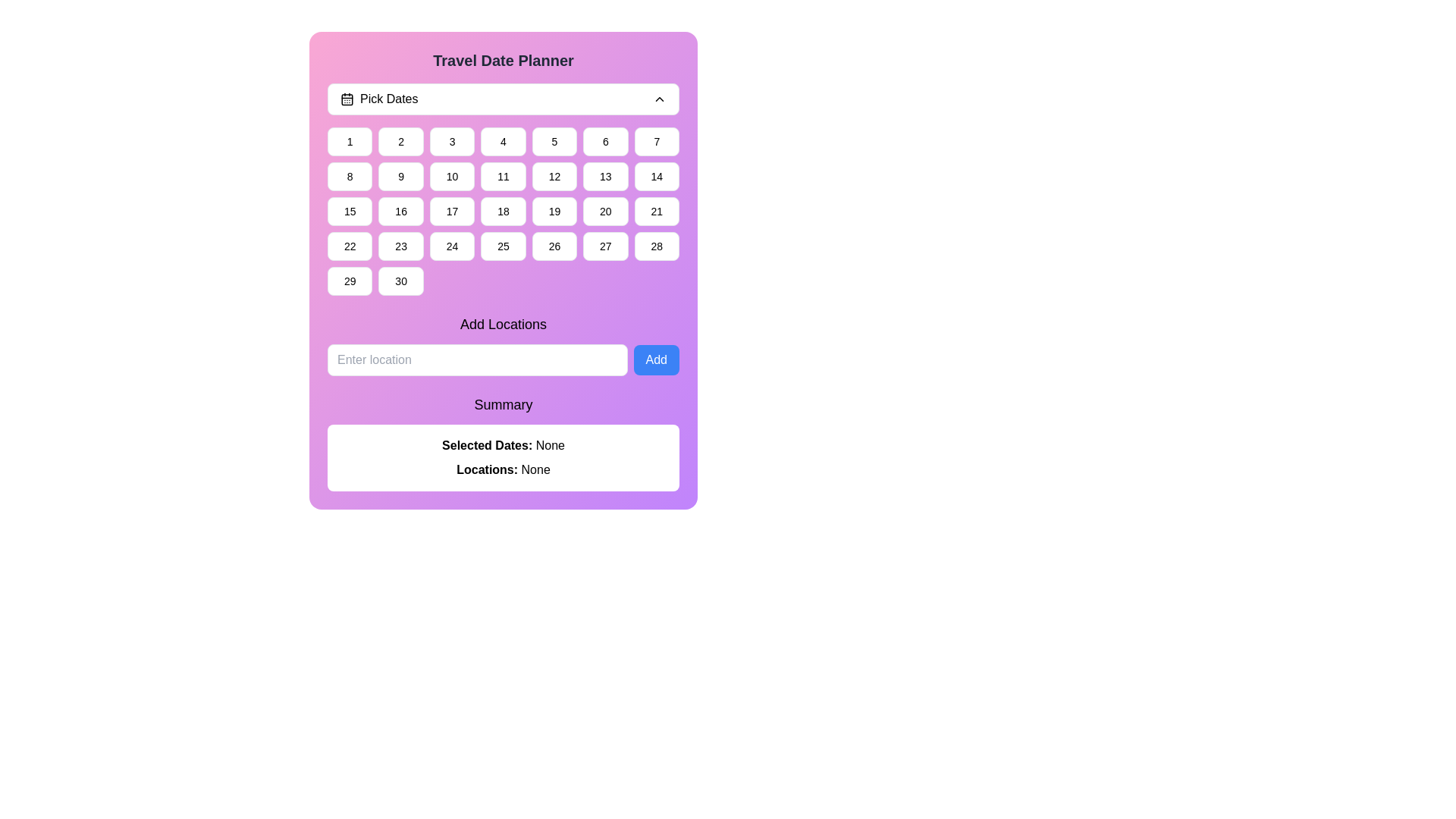 Image resolution: width=1456 pixels, height=819 pixels. Describe the element at coordinates (604, 141) in the screenshot. I see `the sixth button in the calendar interface` at that location.